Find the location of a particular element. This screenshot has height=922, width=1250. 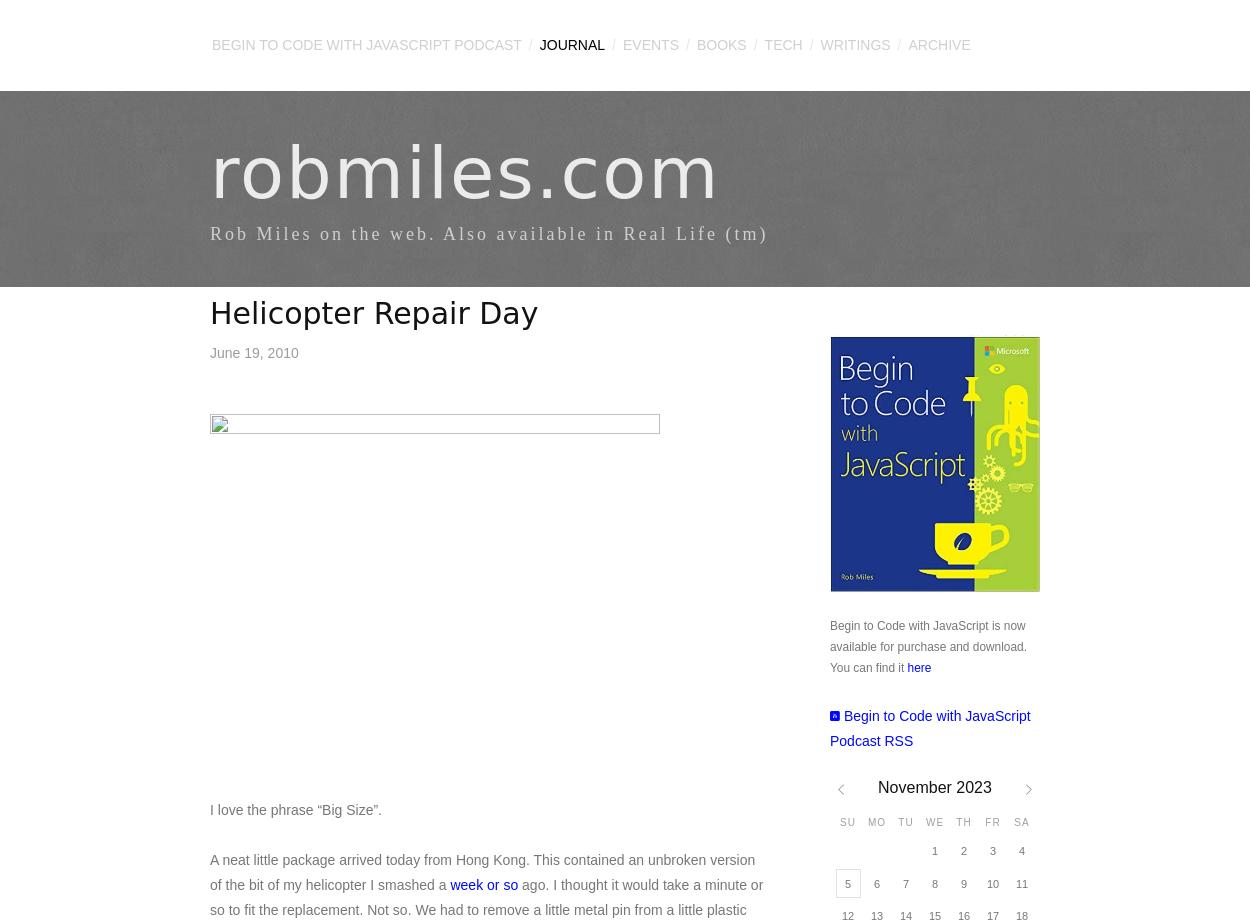

'13' is located at coordinates (876, 913).